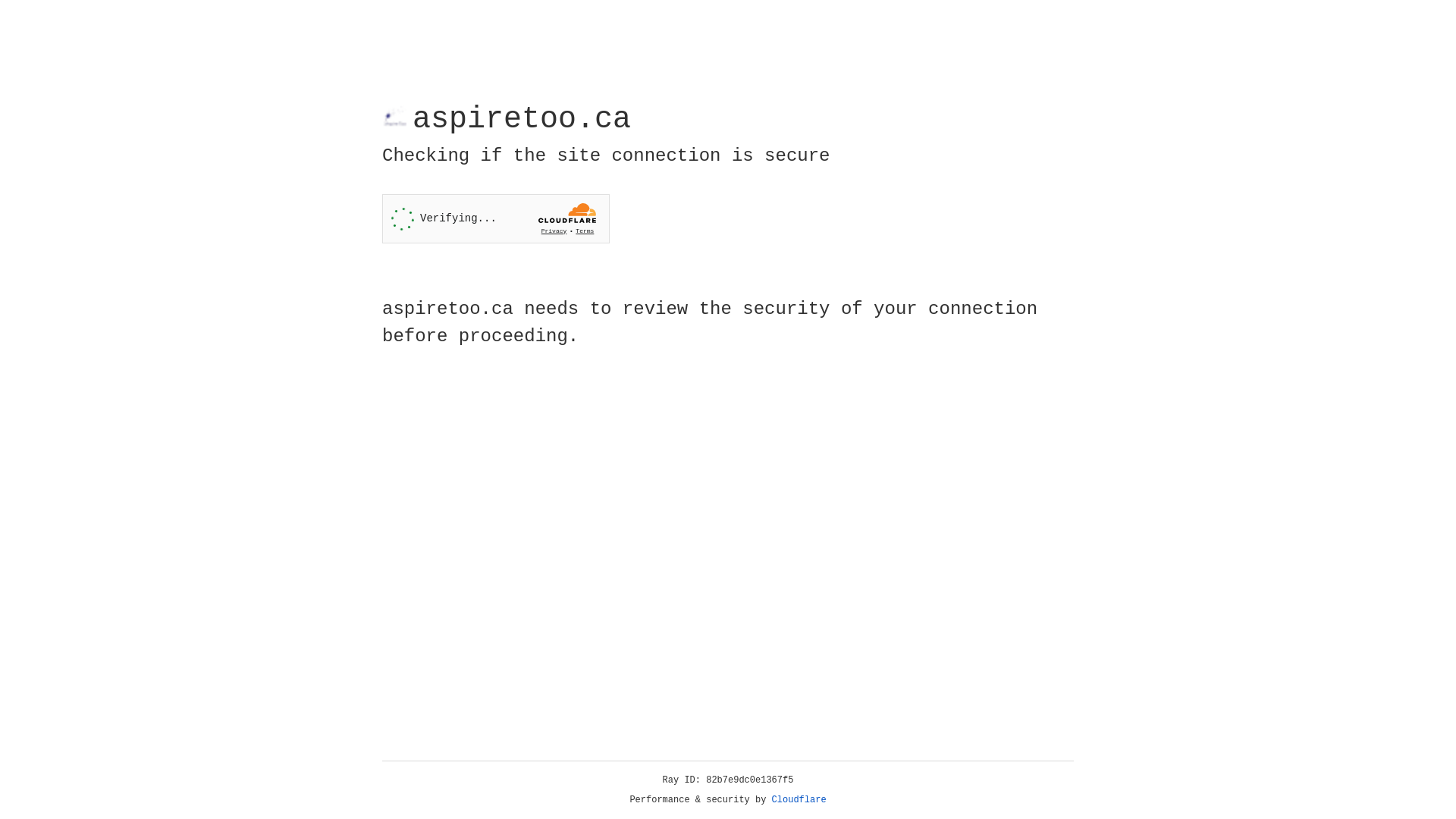 Image resolution: width=1456 pixels, height=819 pixels. I want to click on 'Cloudflare', so click(771, 799).